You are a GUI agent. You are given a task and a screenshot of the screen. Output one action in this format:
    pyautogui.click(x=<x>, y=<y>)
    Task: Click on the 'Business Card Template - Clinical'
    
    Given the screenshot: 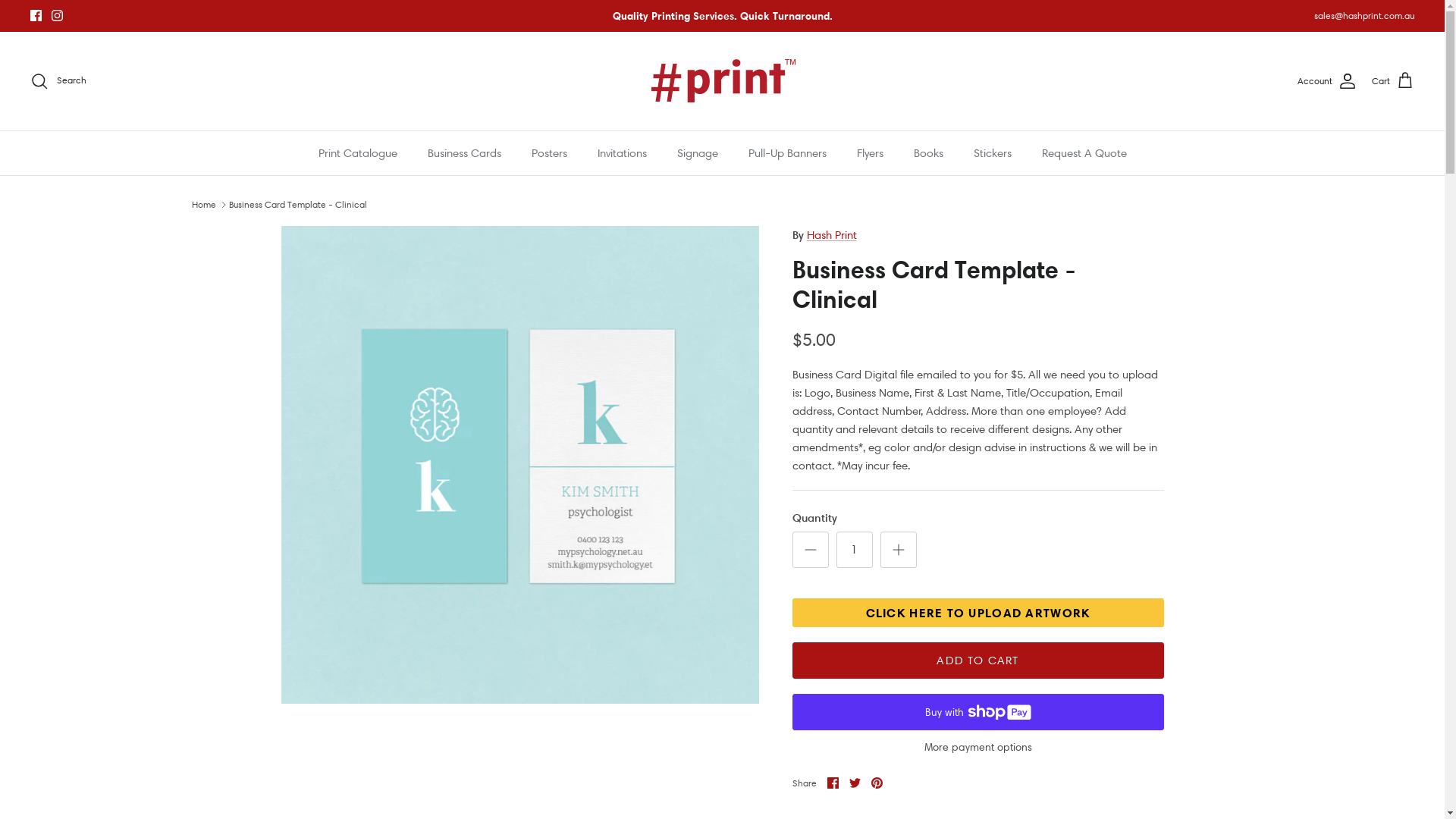 What is the action you would take?
    pyautogui.click(x=298, y=203)
    